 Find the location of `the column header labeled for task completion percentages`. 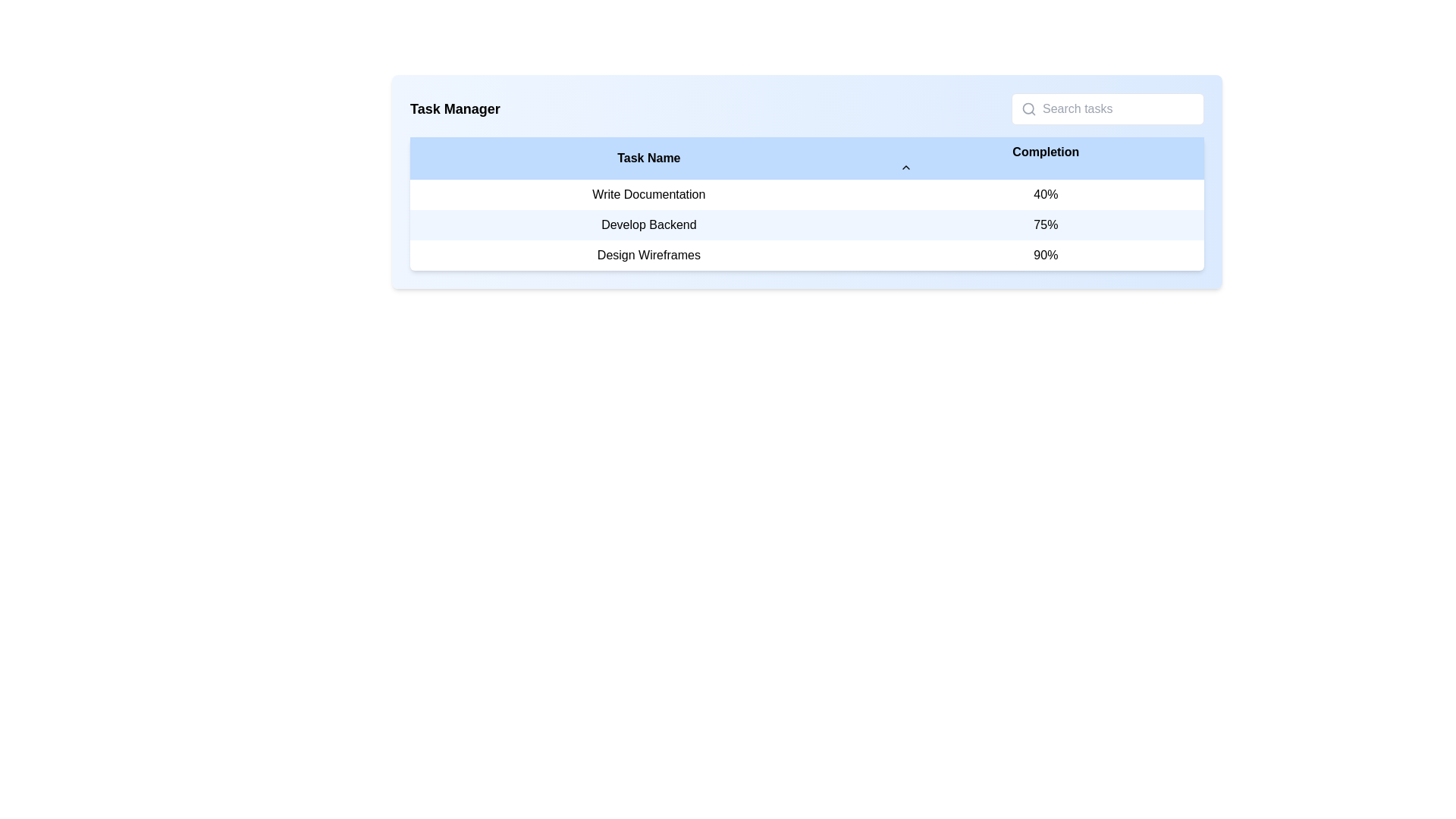

the column header labeled for task completion percentages is located at coordinates (1044, 158).